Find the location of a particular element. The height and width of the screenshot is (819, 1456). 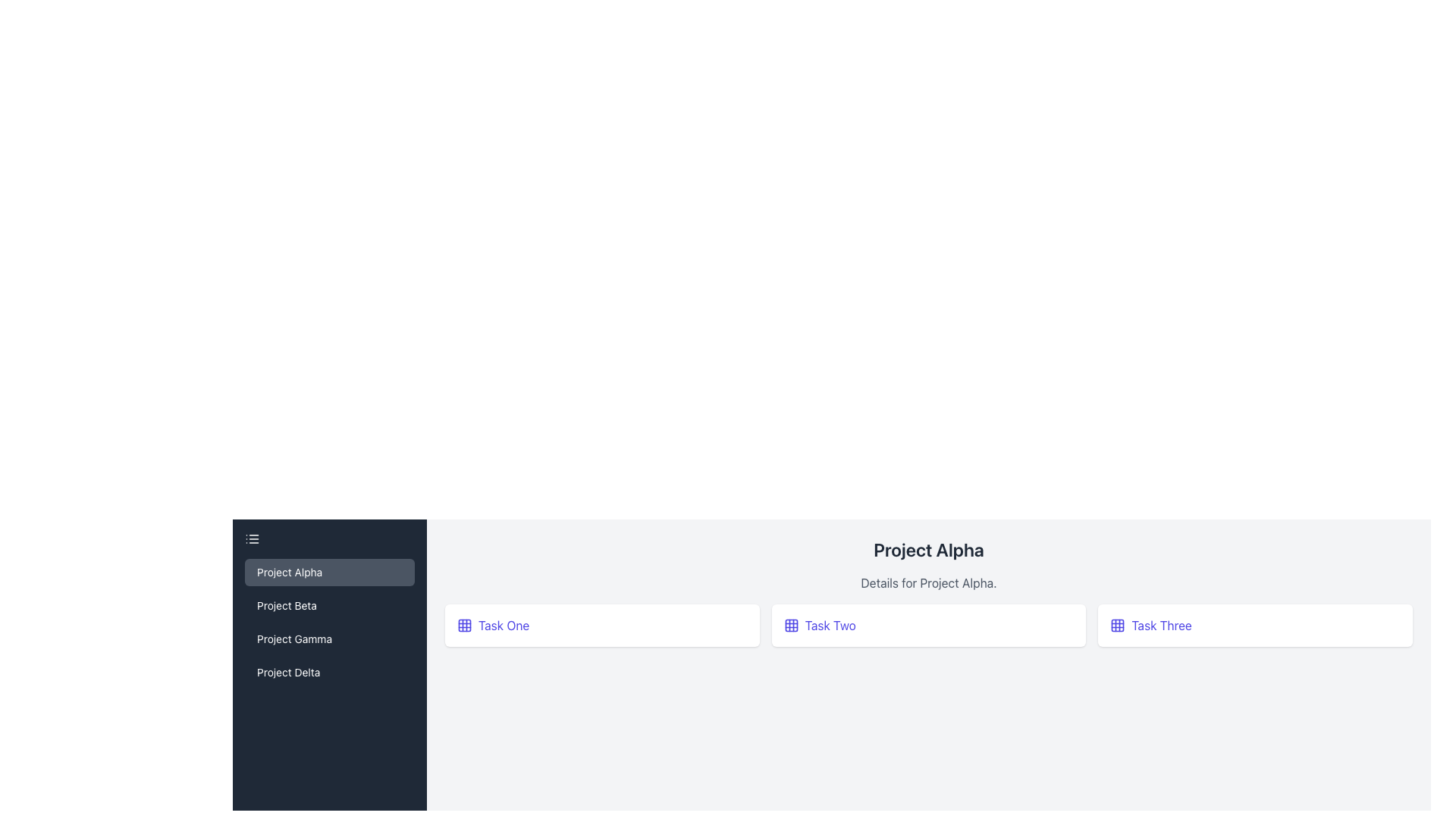

the fourth item in the vertical list of the sidebar is located at coordinates (329, 672).